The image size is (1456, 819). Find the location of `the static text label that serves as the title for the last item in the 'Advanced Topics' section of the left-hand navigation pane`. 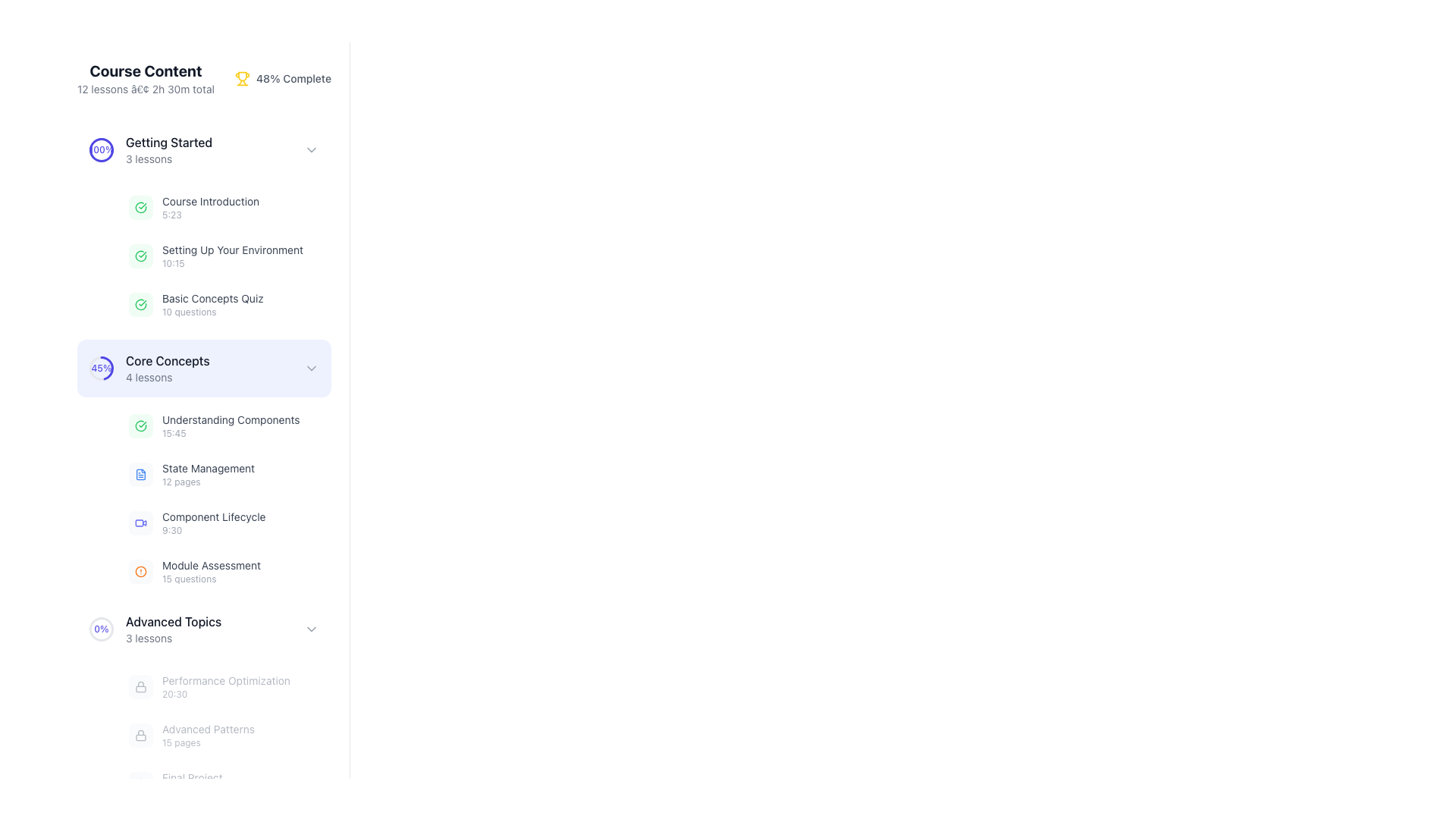

the static text label that serves as the title for the last item in the 'Advanced Topics' section of the left-hand navigation pane is located at coordinates (191, 778).